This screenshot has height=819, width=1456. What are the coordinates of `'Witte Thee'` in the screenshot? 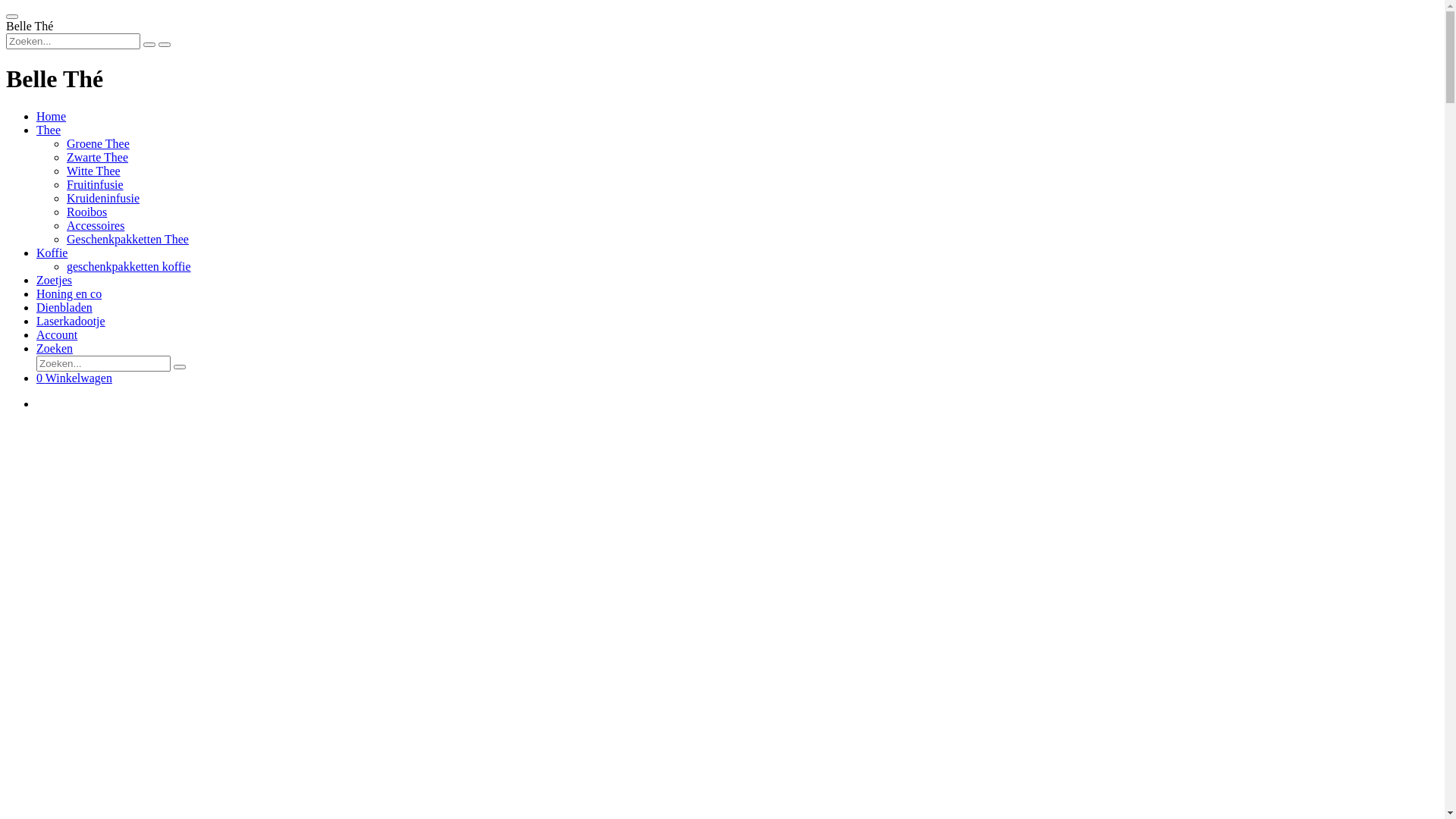 It's located at (93, 171).